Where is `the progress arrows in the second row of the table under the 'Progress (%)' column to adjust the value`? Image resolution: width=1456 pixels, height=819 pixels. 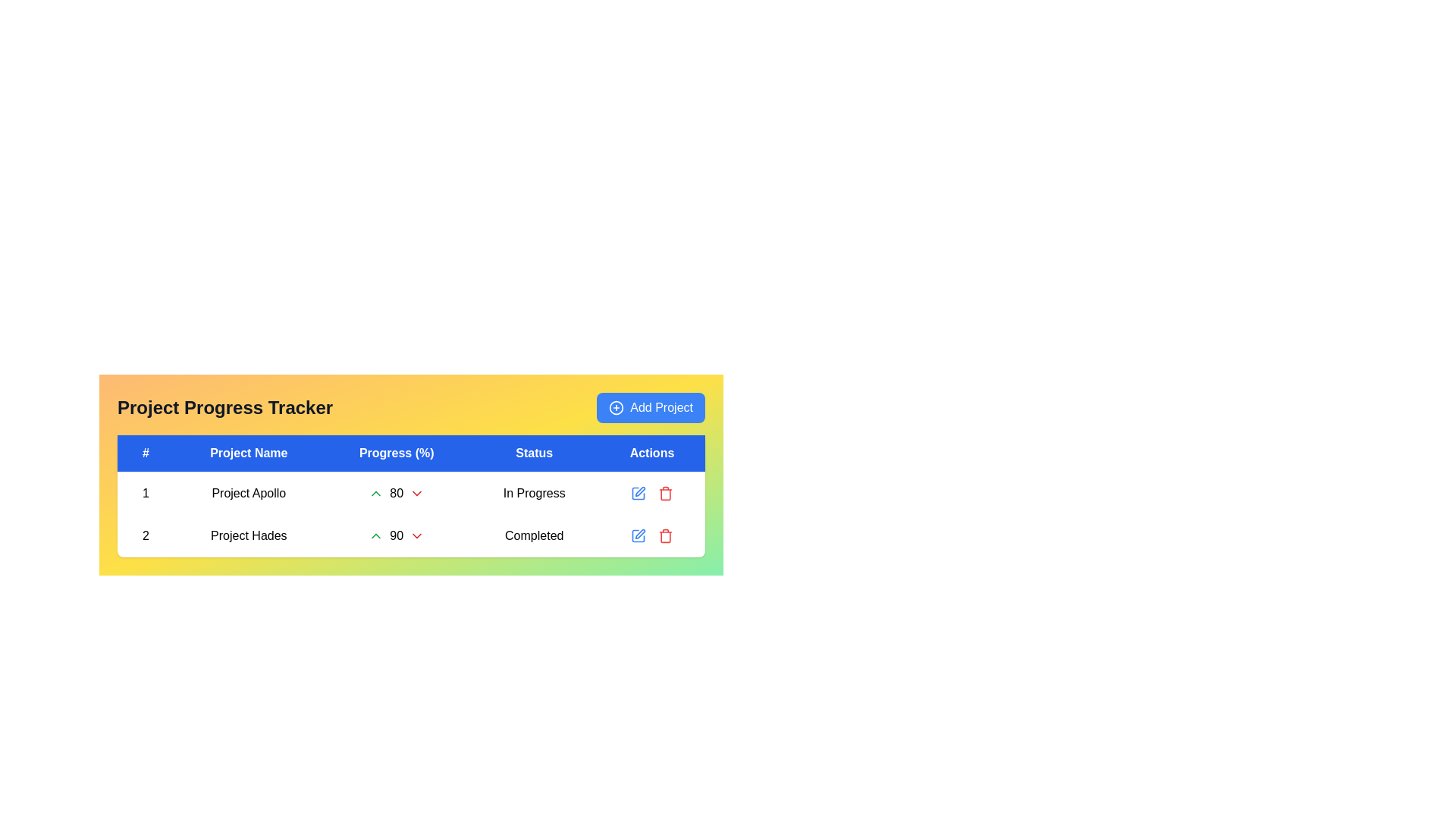 the progress arrows in the second row of the table under the 'Progress (%)' column to adjust the value is located at coordinates (411, 513).